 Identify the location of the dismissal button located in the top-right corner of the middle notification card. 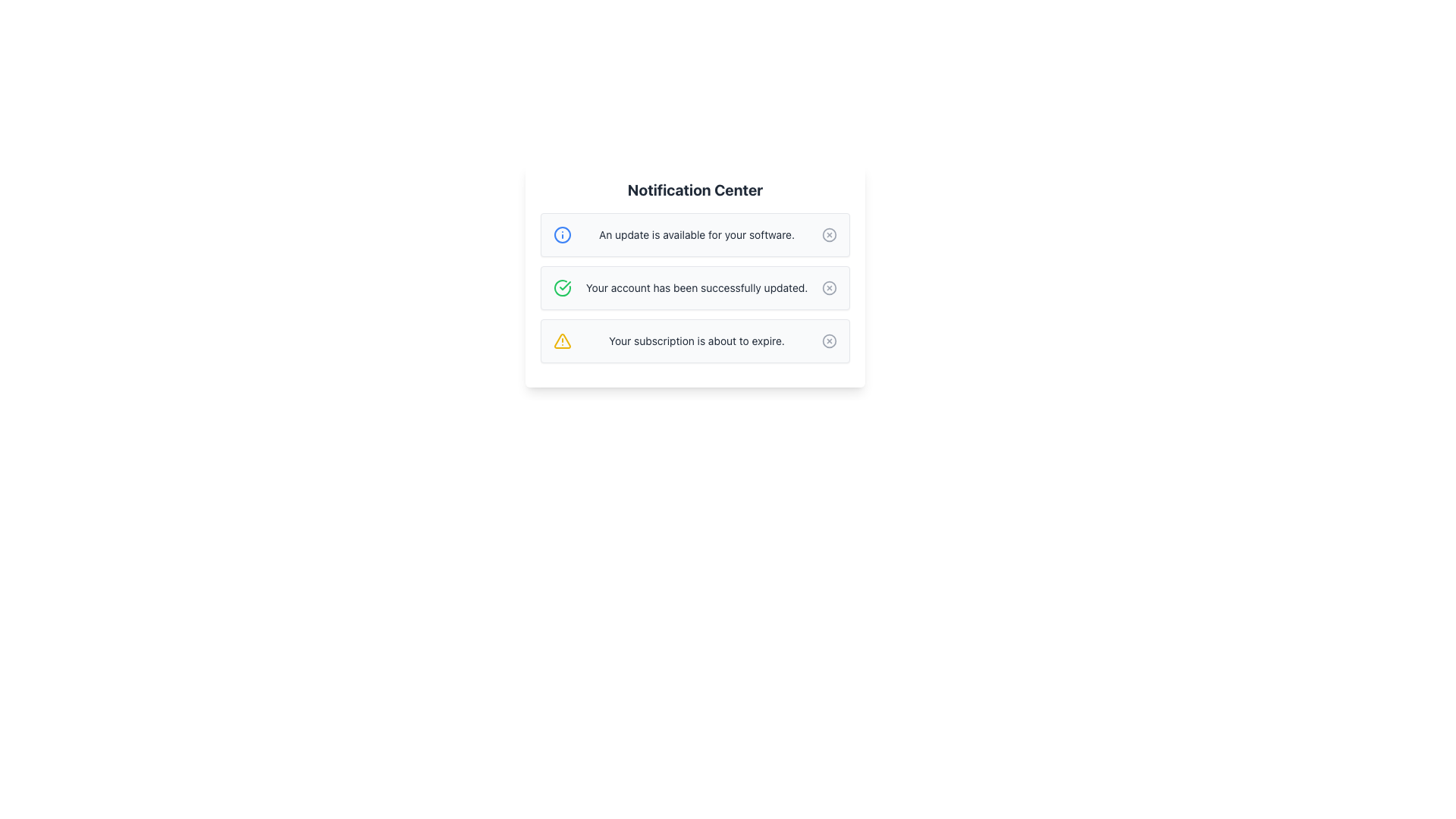
(829, 288).